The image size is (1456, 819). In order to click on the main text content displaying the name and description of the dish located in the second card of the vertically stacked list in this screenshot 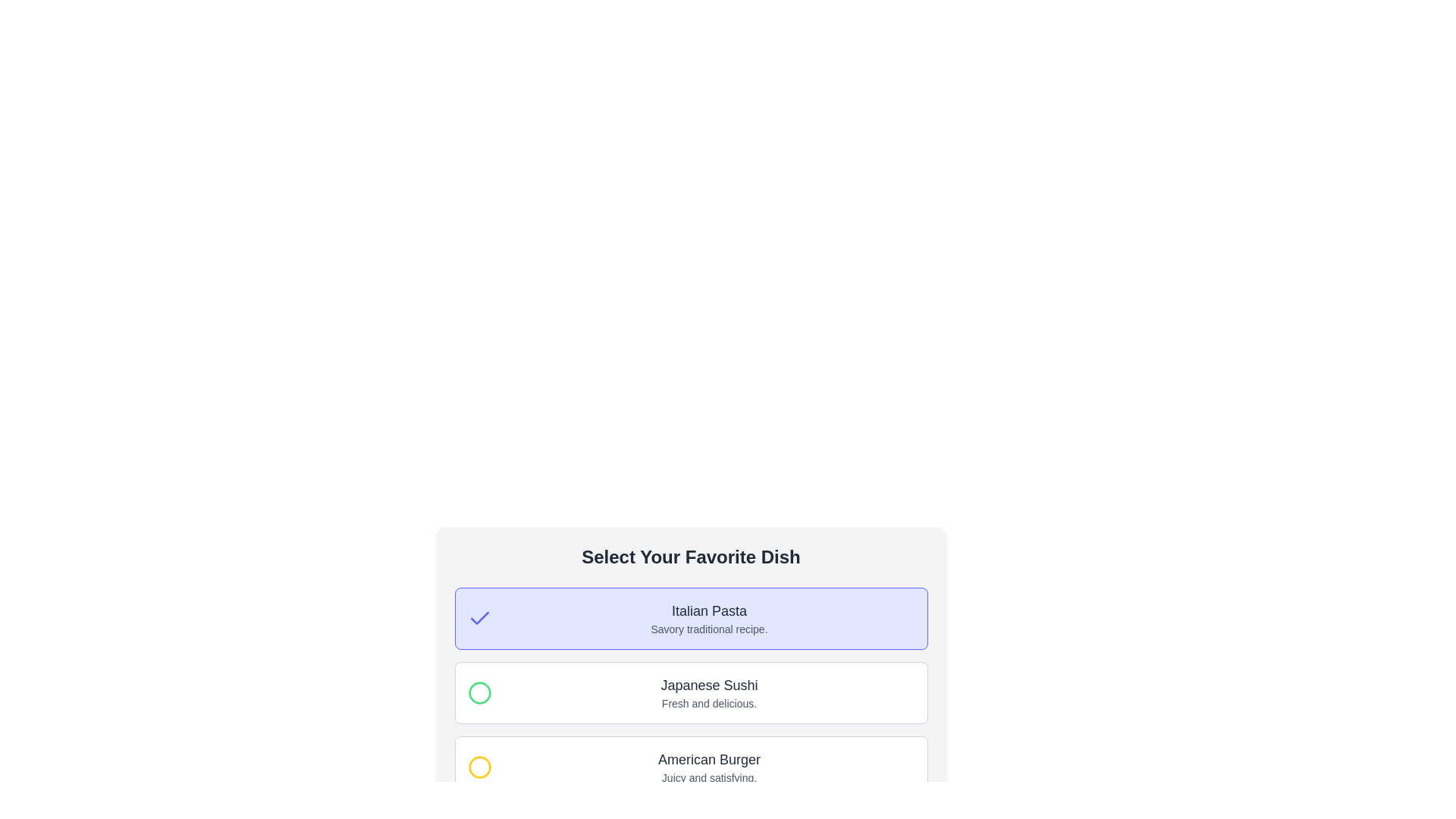, I will do `click(708, 693)`.